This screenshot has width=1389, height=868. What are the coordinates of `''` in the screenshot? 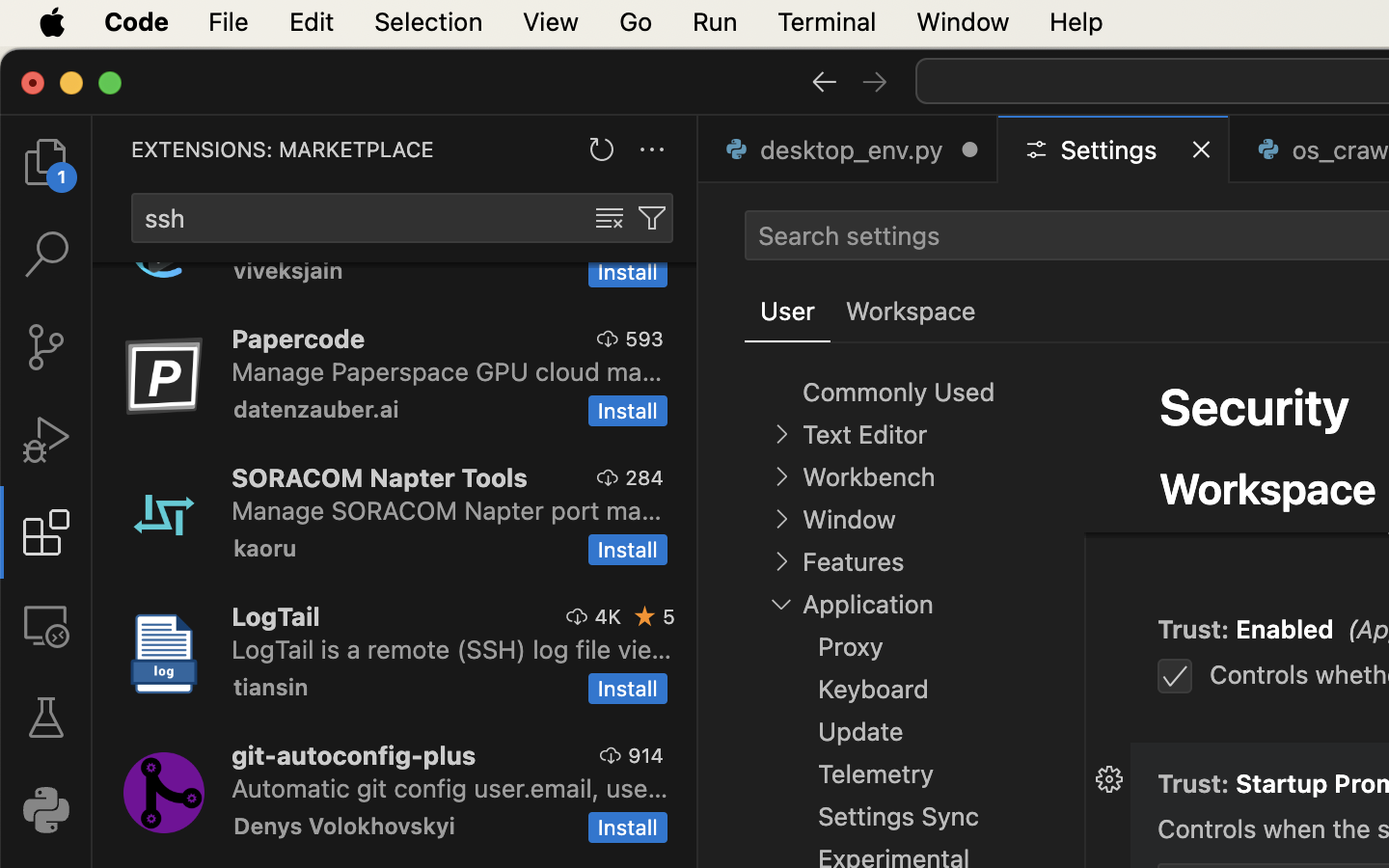 It's located at (875, 79).